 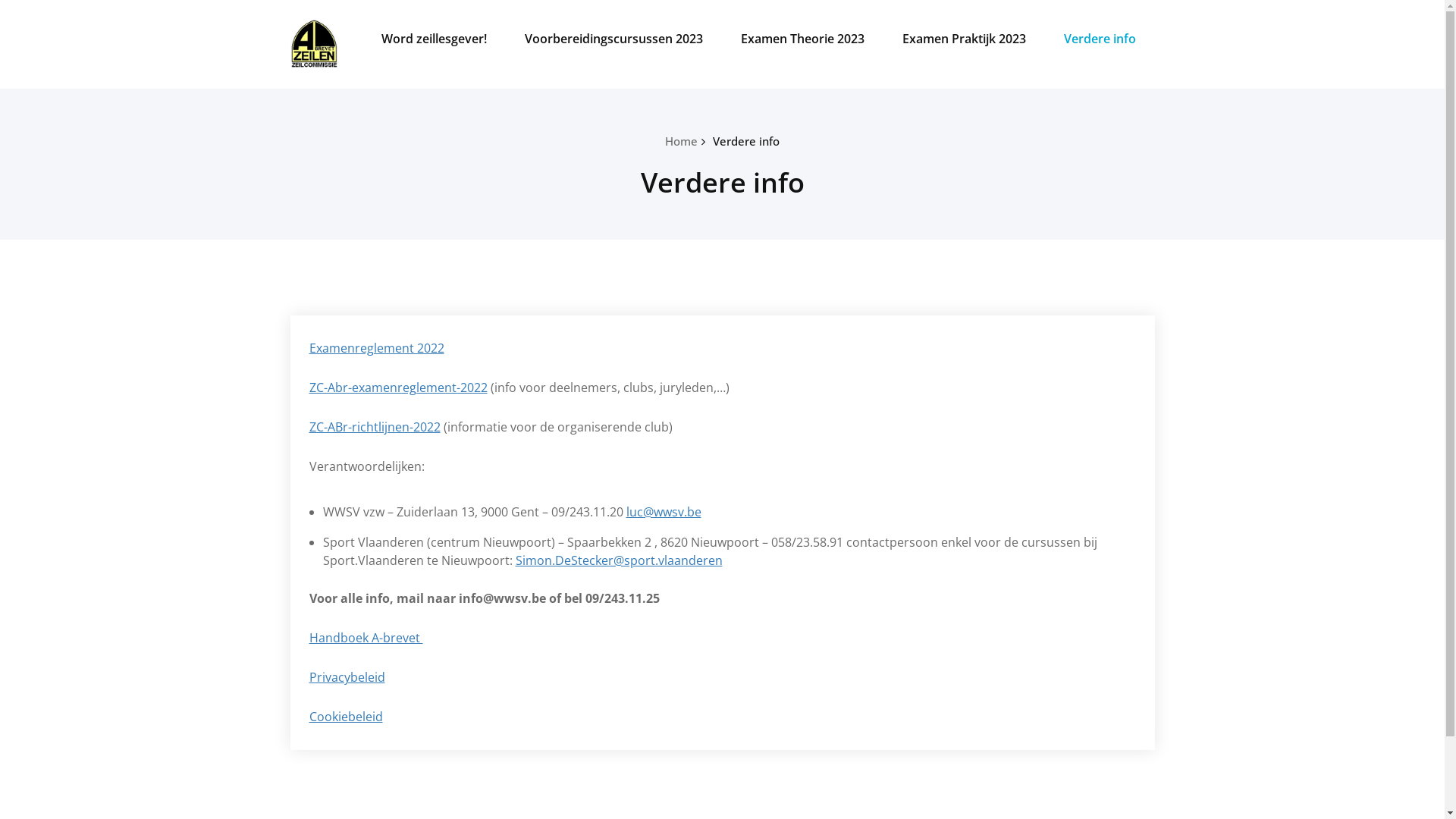 What do you see at coordinates (346, 676) in the screenshot?
I see `'Privacybeleid'` at bounding box center [346, 676].